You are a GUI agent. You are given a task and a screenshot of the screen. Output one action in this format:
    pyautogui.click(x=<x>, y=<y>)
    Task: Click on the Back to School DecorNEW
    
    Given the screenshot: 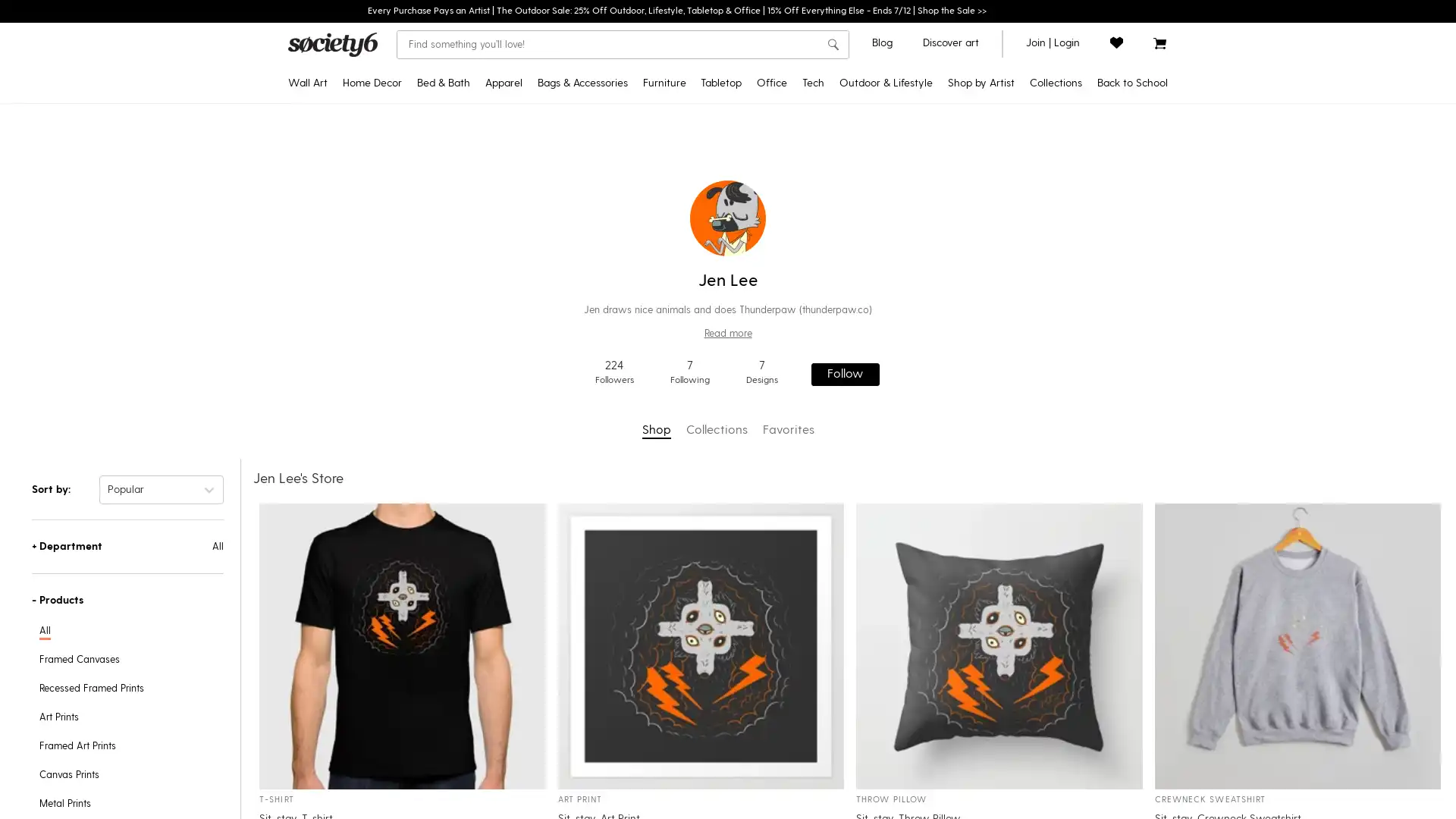 What is the action you would take?
    pyautogui.click(x=1090, y=121)
    